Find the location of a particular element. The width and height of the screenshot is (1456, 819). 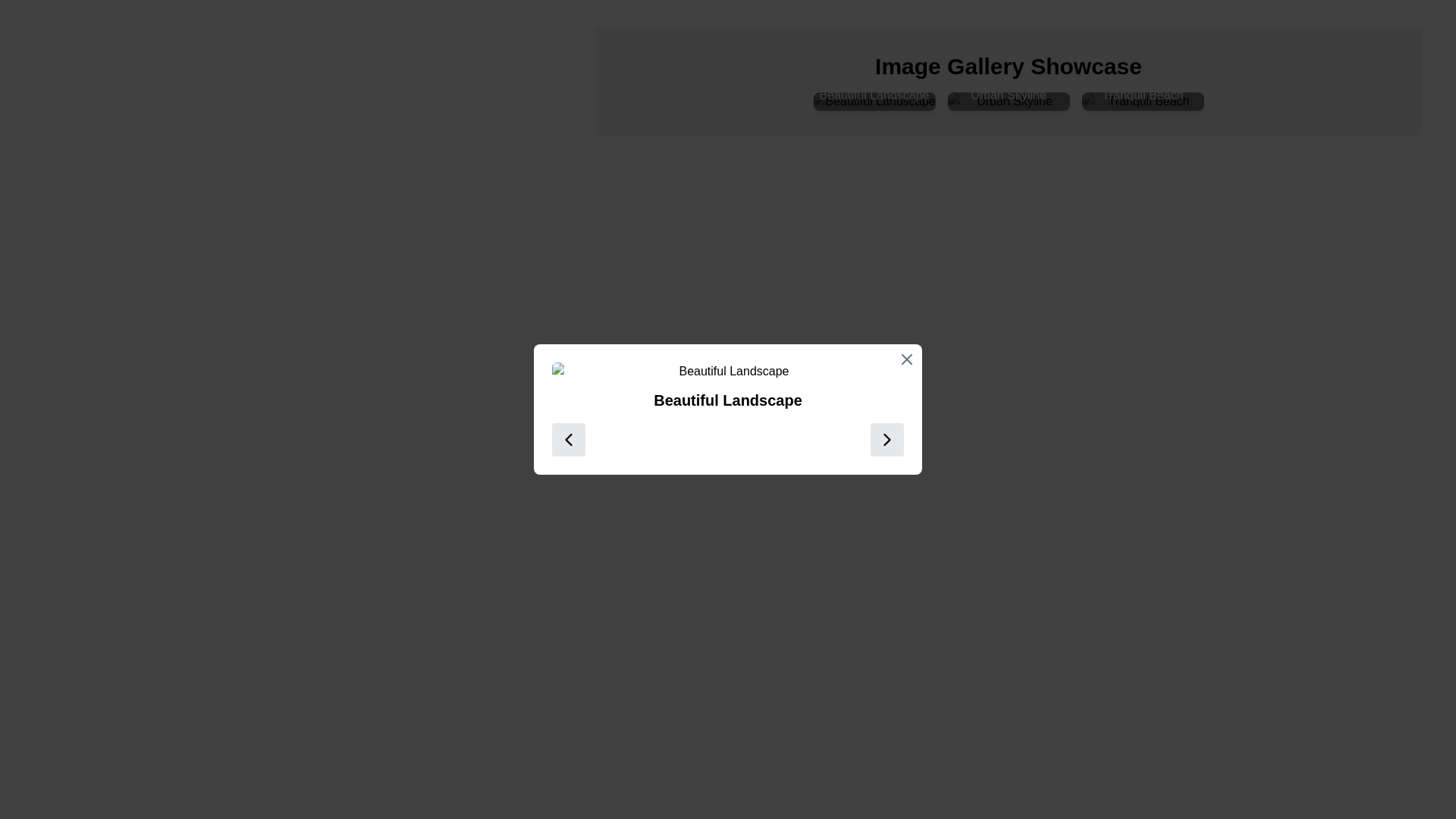

the leftward arrow navigation button icon with a thin black outline and light gray background is located at coordinates (567, 439).